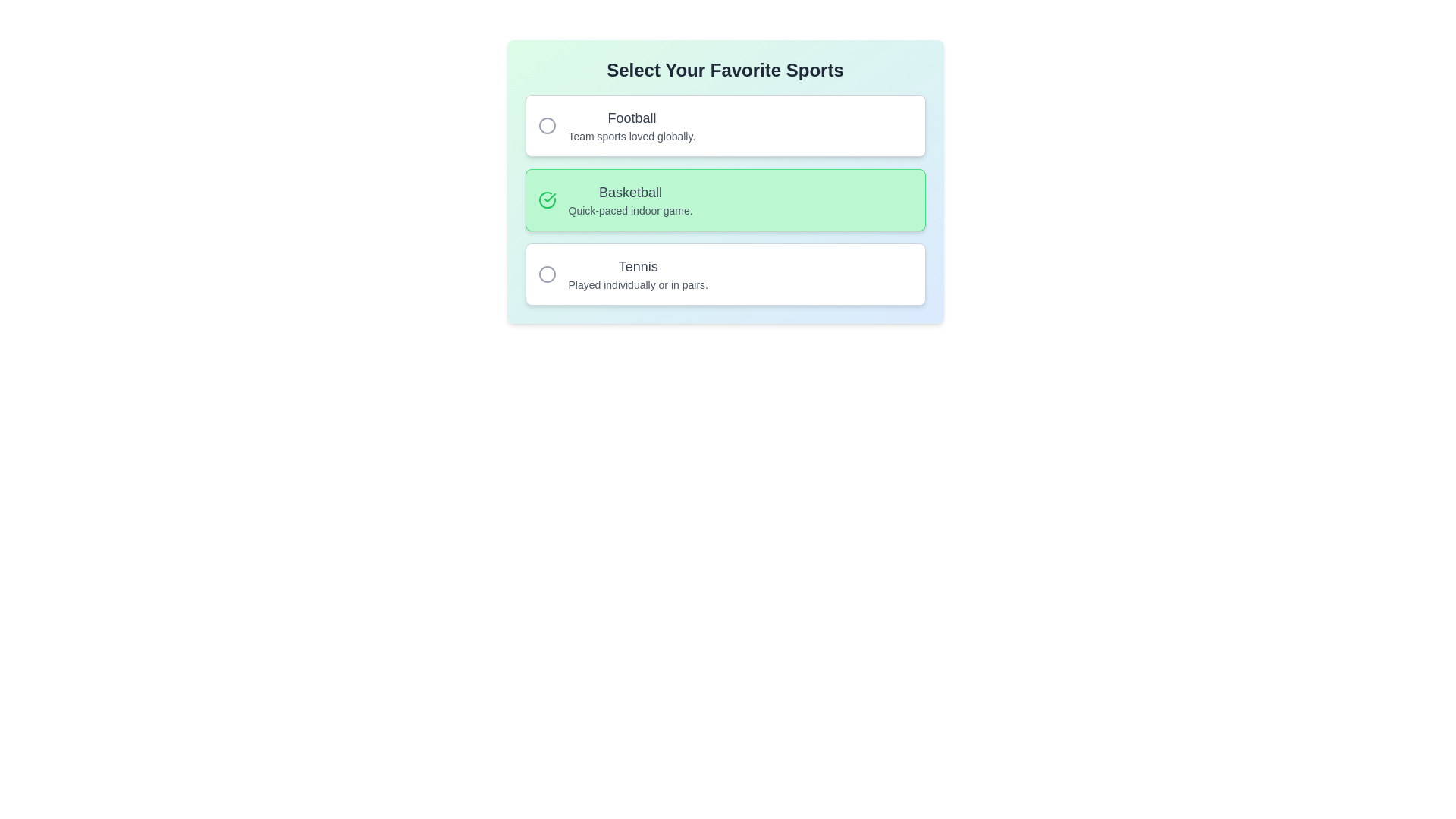 Image resolution: width=1456 pixels, height=819 pixels. What do you see at coordinates (546, 199) in the screenshot?
I see `the outer circular portion of the SVG icon representing a checkmark symbol within the 'Basketball' selection box` at bounding box center [546, 199].